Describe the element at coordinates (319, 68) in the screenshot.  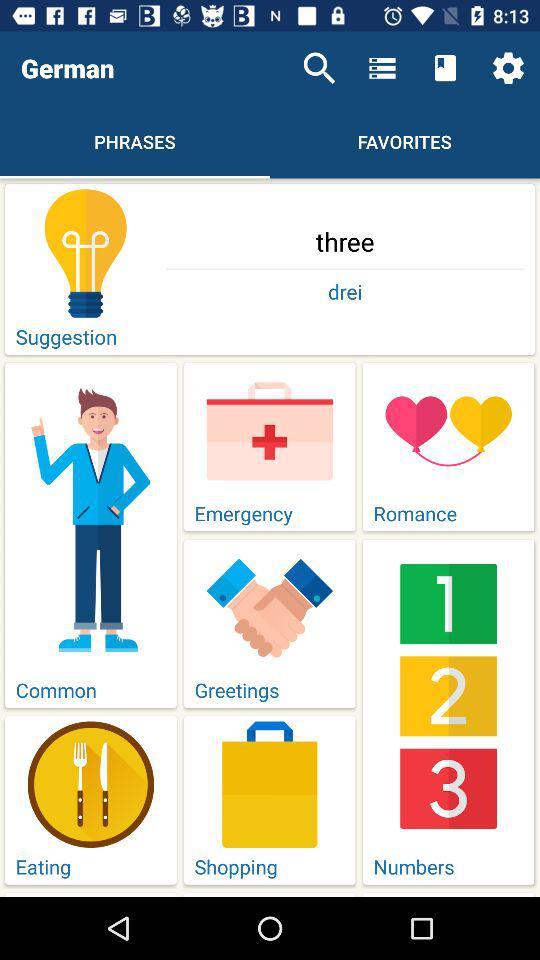
I see `icon above the three icon` at that location.